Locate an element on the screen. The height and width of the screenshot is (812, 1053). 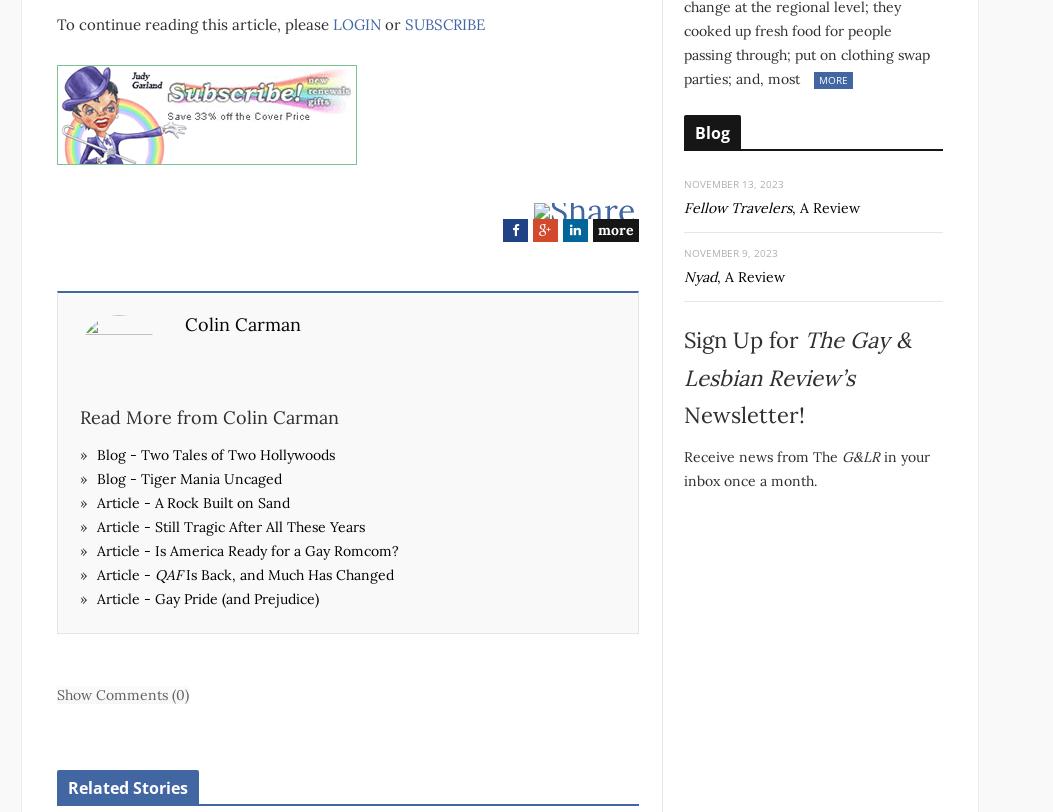
'Read More from Colin Carman' is located at coordinates (209, 416).